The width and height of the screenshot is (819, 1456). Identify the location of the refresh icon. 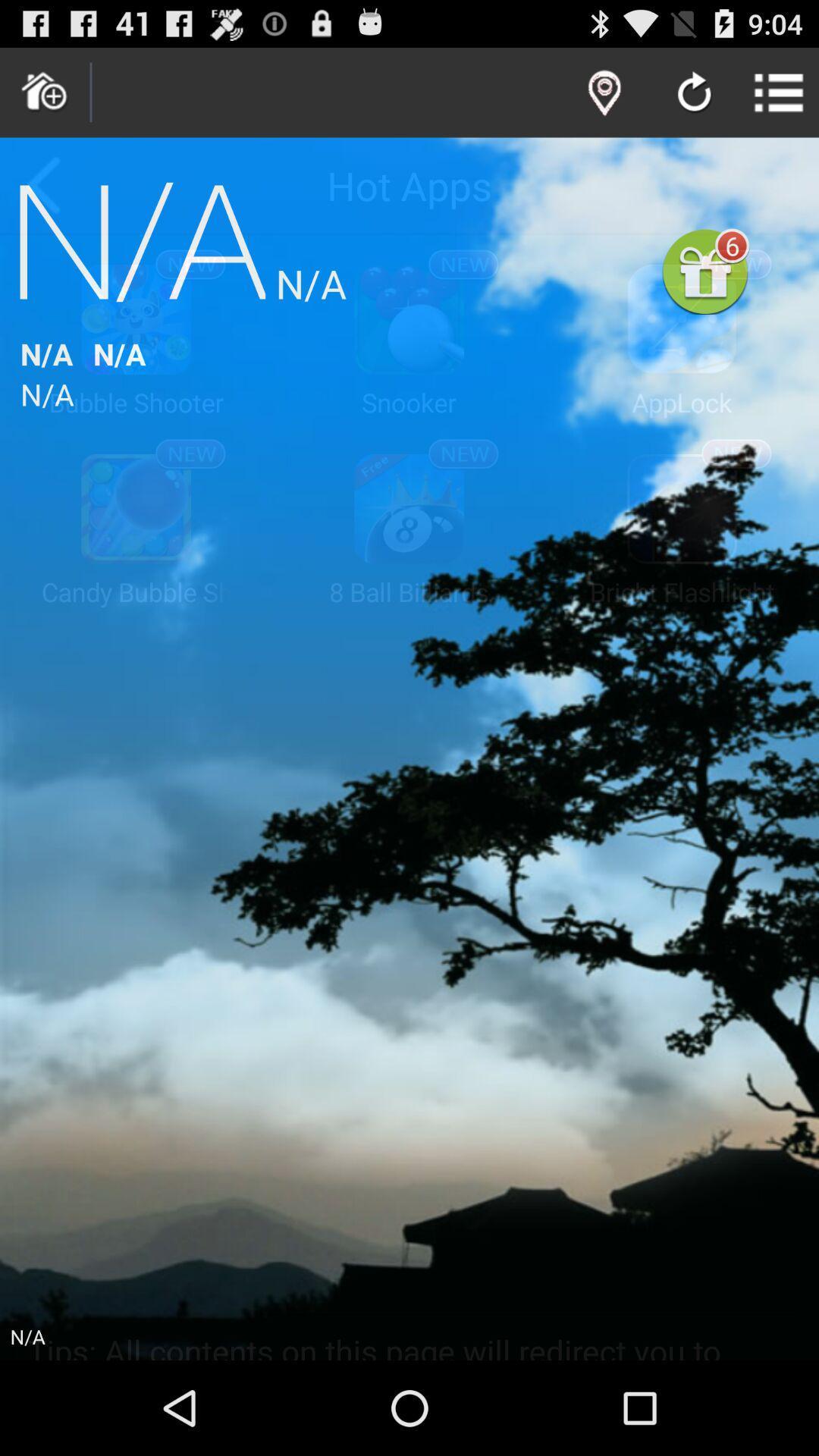
(694, 100).